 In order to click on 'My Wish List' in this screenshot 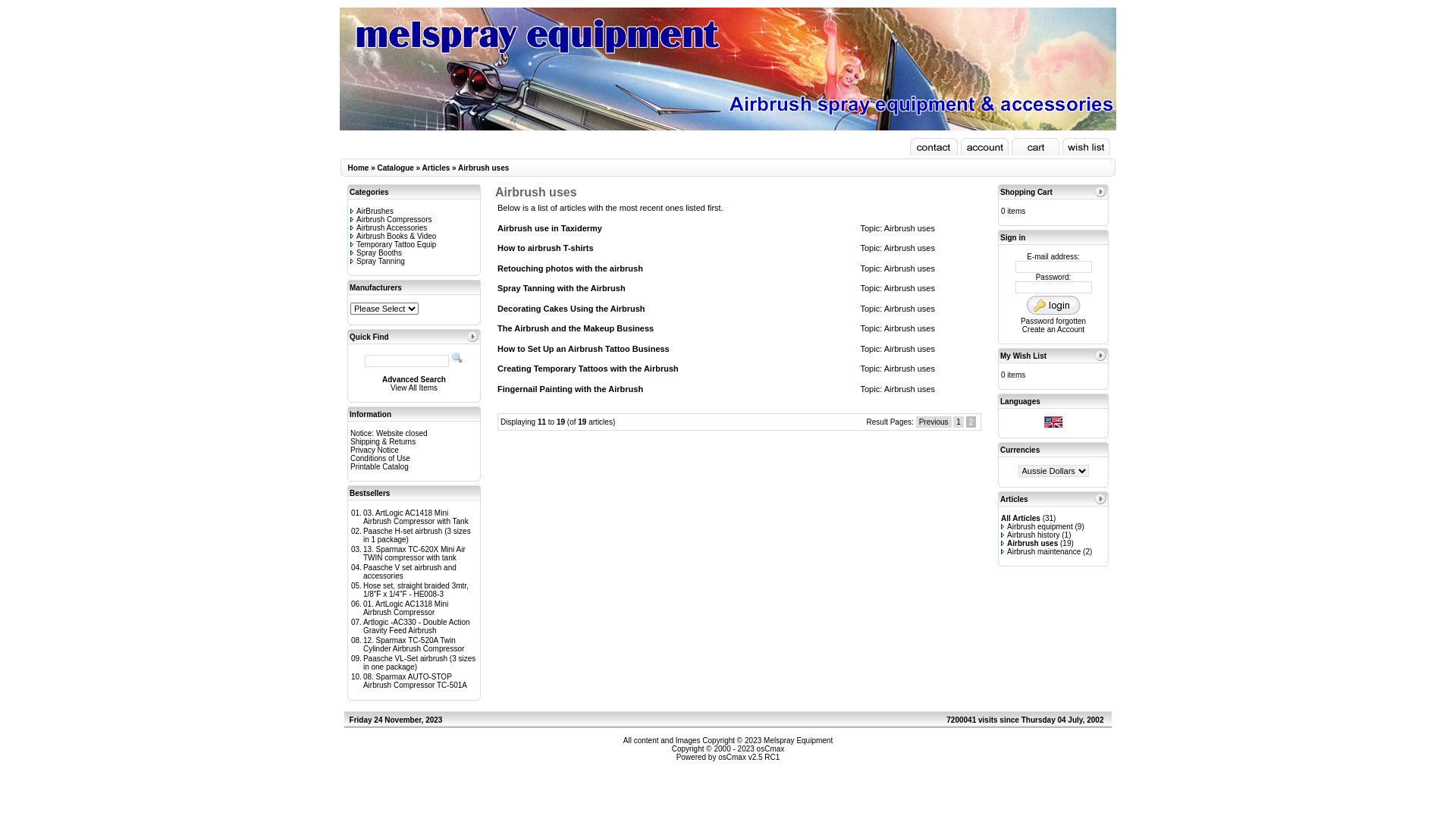, I will do `click(1023, 356)`.